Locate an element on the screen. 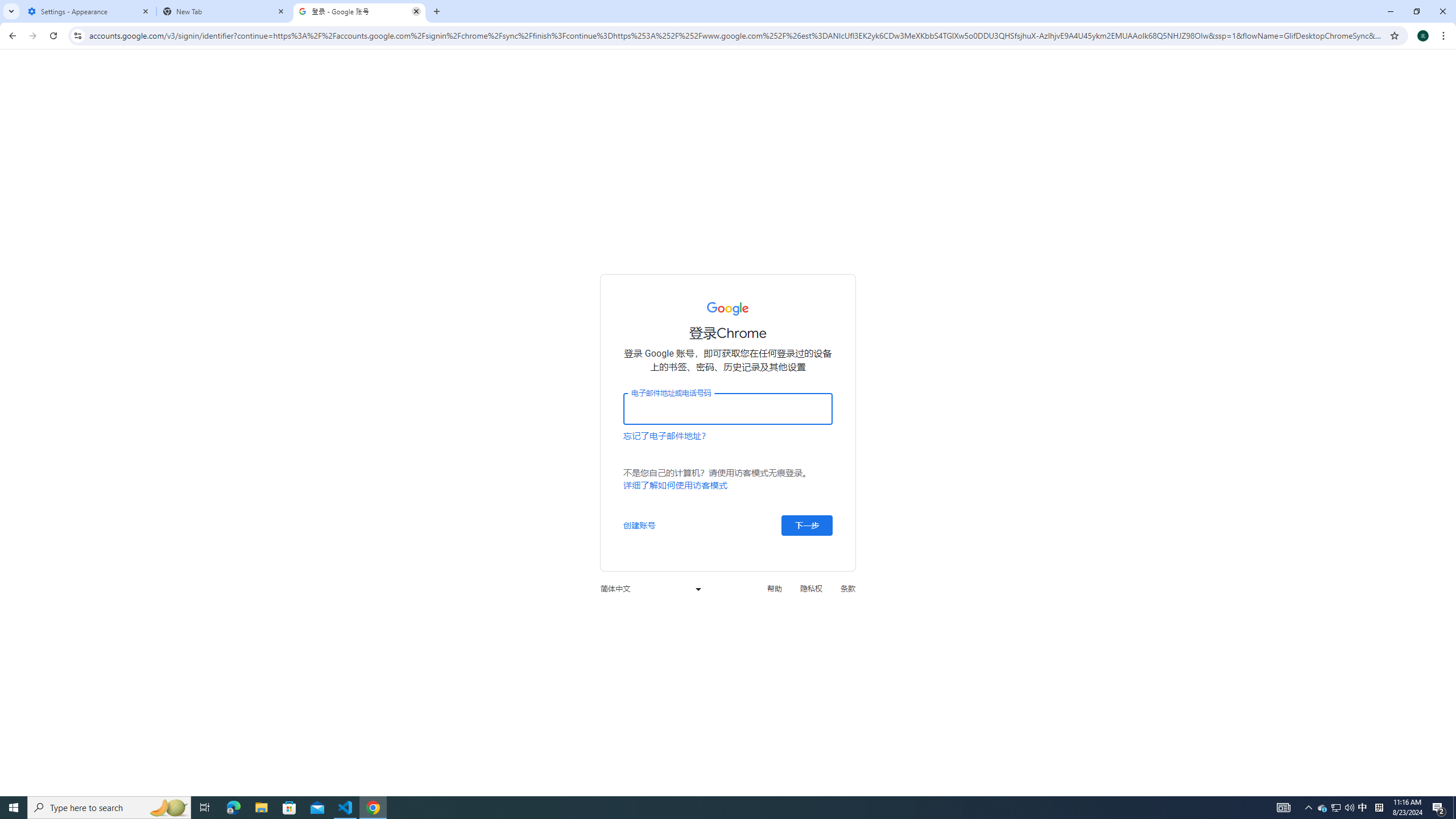 This screenshot has width=1456, height=819. 'New Tab' is located at coordinates (224, 11).